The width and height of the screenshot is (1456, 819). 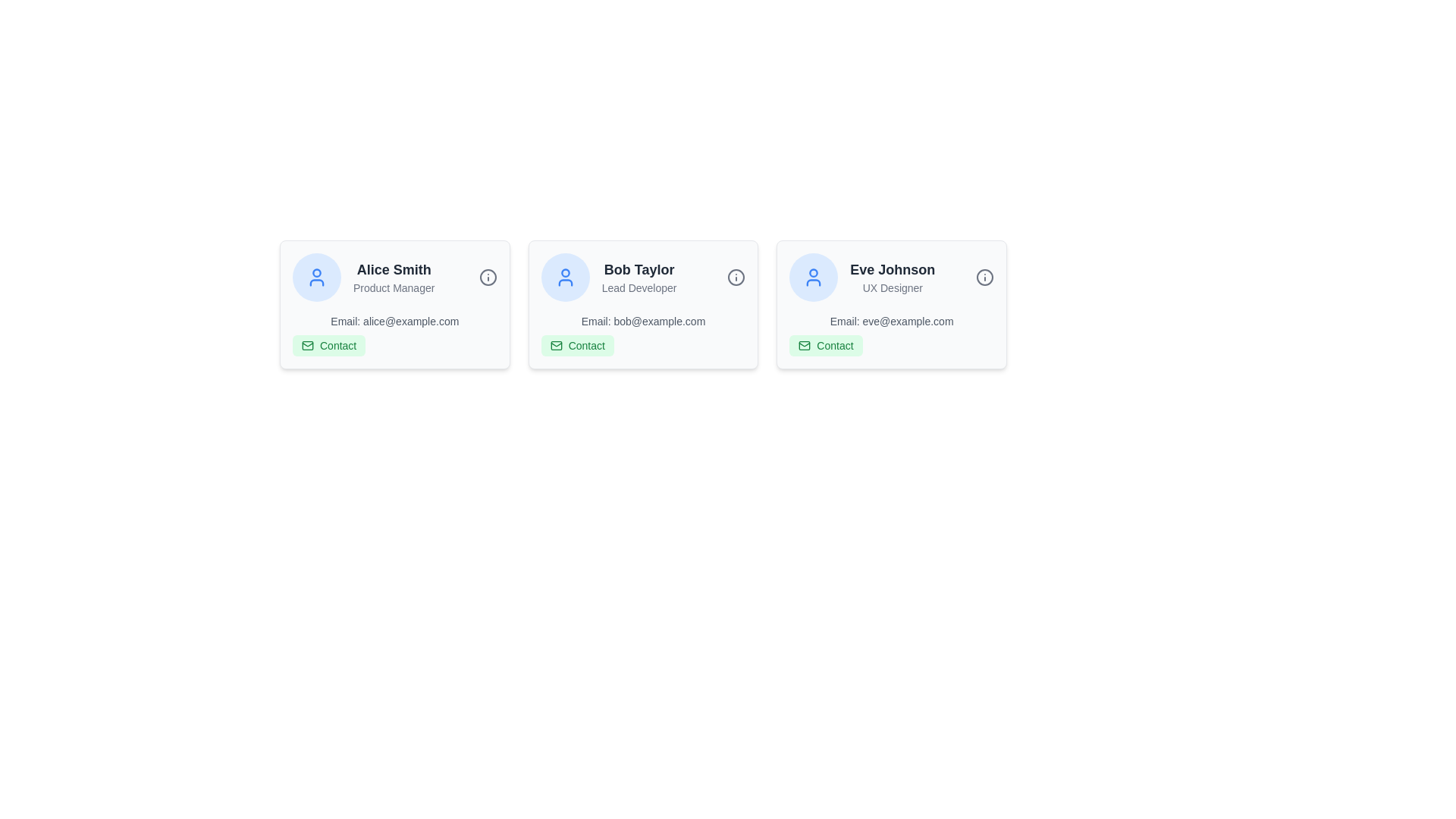 What do you see at coordinates (892, 334) in the screenshot?
I see `the email address link located in the upper-right card labeled 'Eve Johnson UX Designer', below the title area, and is the last visible section of the card's content` at bounding box center [892, 334].